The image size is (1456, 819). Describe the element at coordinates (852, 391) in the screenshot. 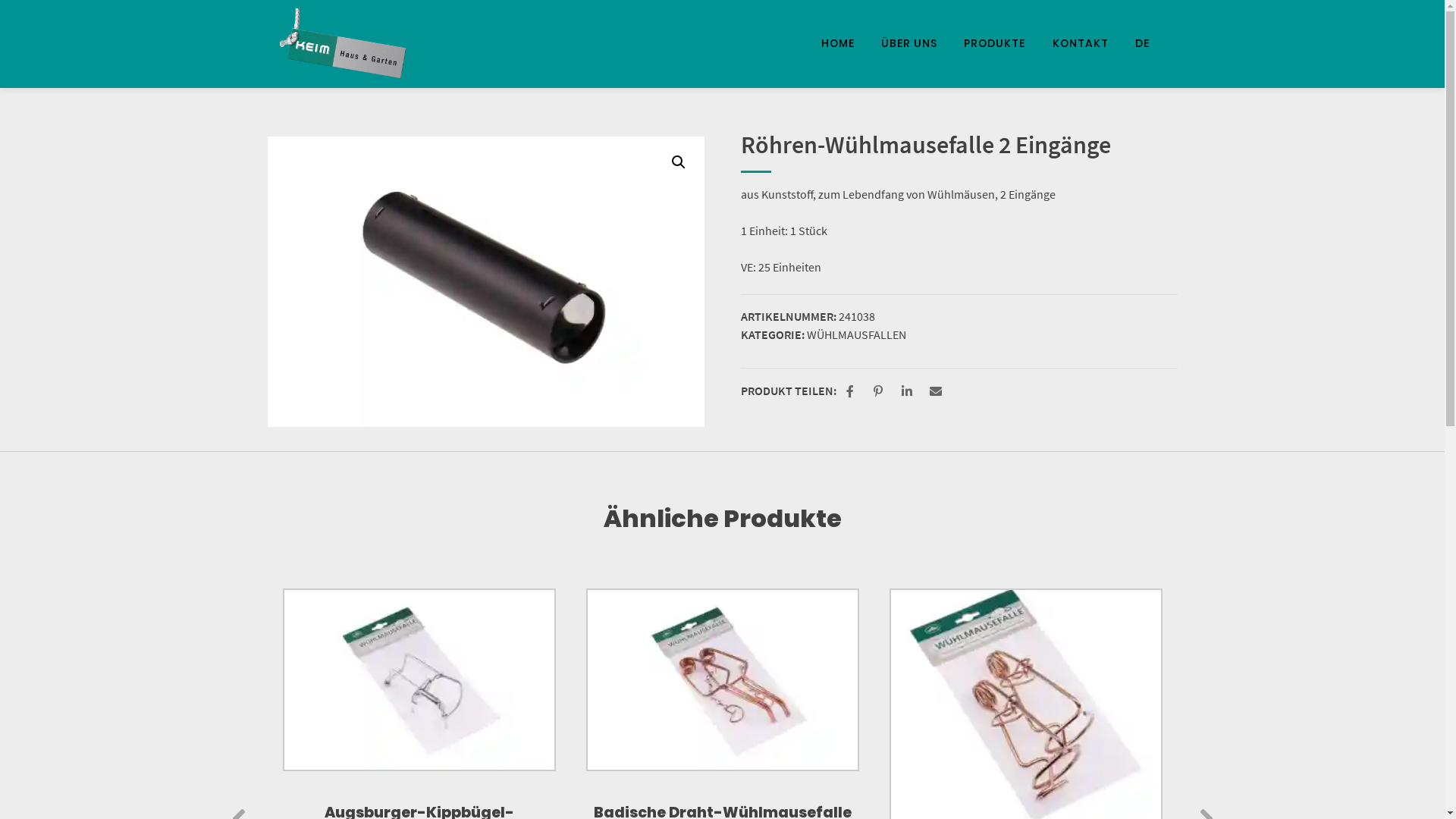

I see `'Bei Facebook teilen'` at that location.